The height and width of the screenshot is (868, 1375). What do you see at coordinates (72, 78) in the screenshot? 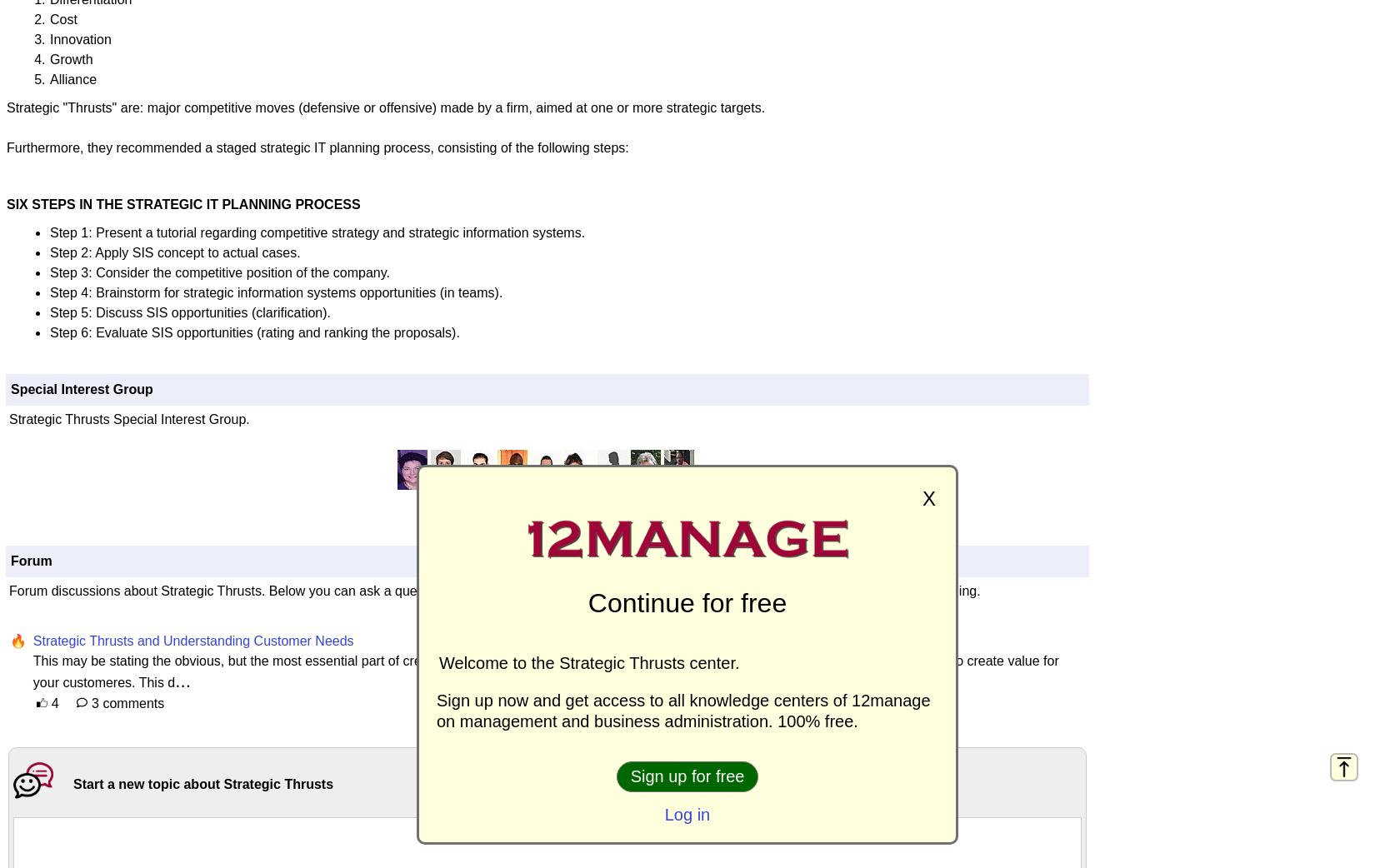
I see `'Alliance'` at bounding box center [72, 78].